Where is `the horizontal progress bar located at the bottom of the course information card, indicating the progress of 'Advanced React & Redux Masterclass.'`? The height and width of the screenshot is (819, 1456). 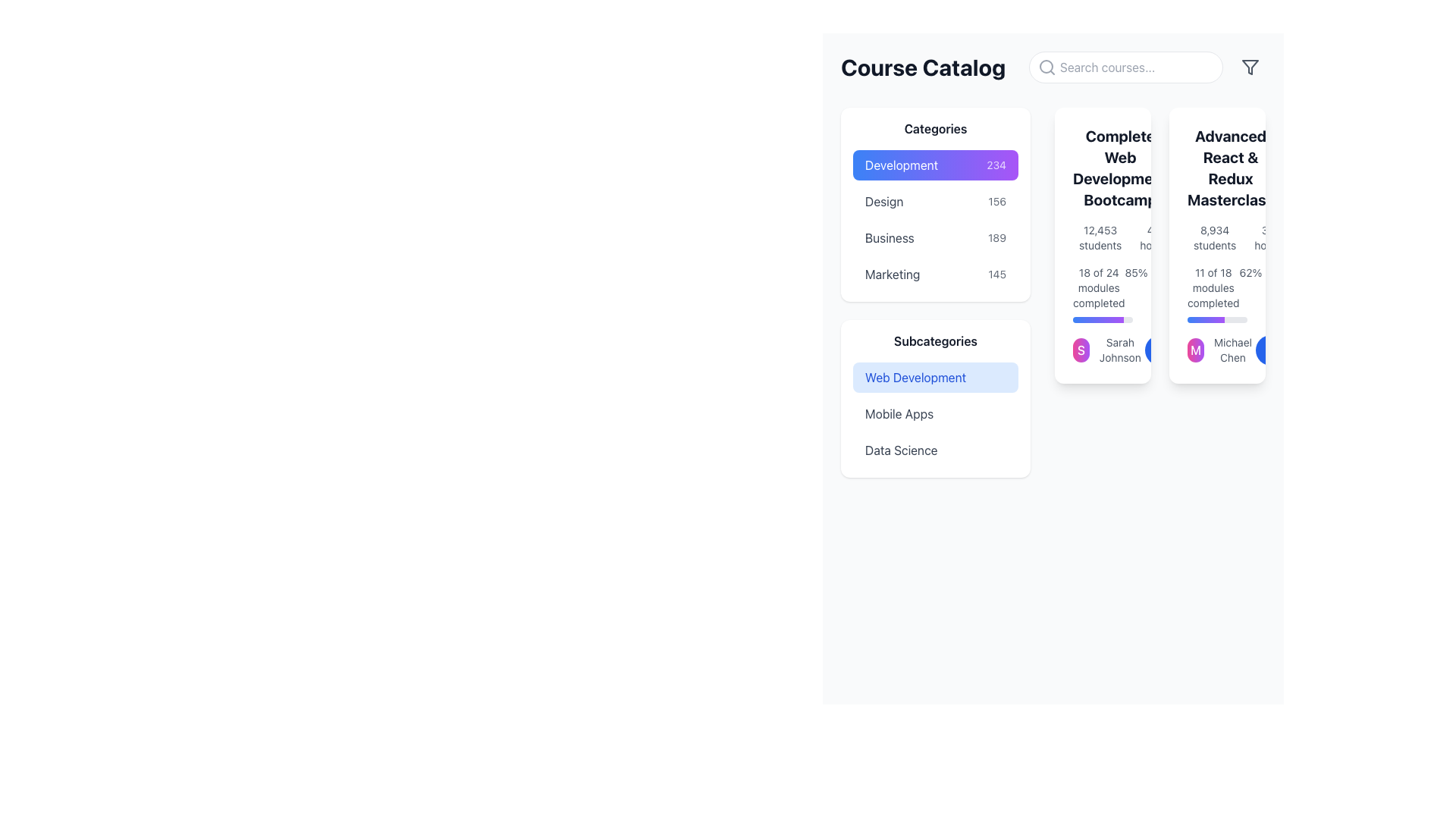
the horizontal progress bar located at the bottom of the course information card, indicating the progress of 'Advanced React & Redux Masterclass.' is located at coordinates (1217, 318).